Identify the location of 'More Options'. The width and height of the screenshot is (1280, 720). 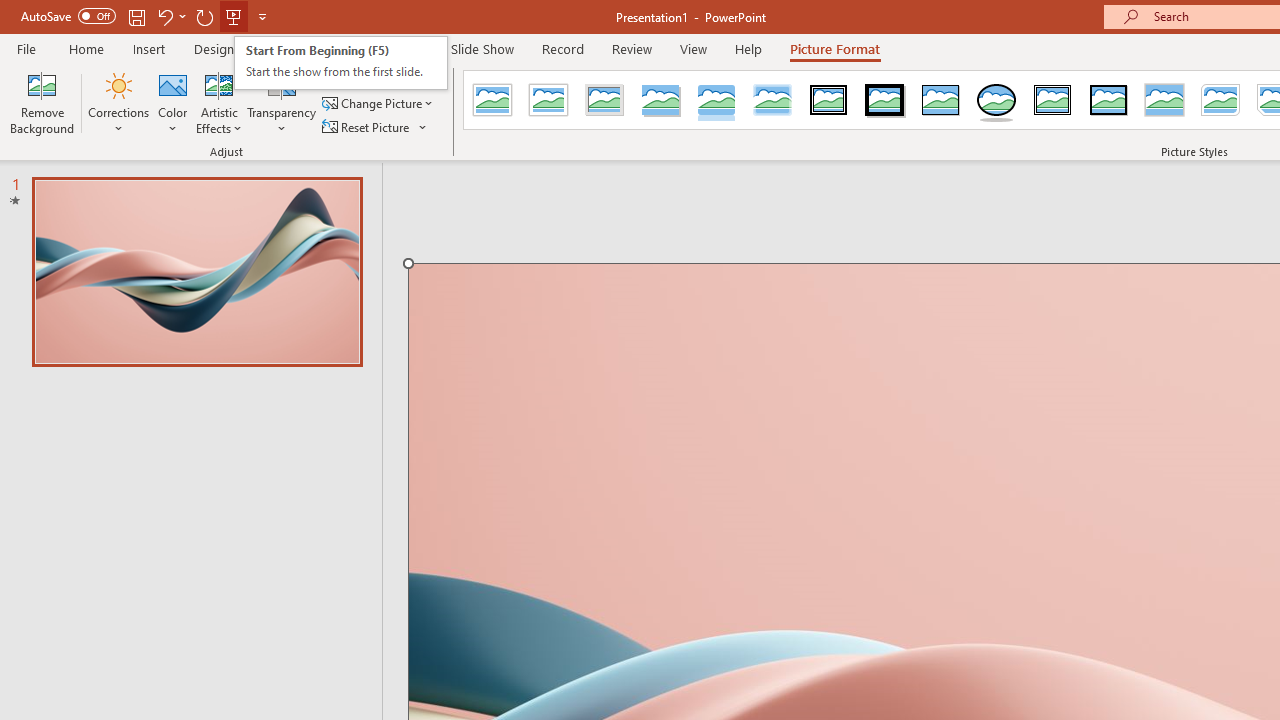
(423, 127).